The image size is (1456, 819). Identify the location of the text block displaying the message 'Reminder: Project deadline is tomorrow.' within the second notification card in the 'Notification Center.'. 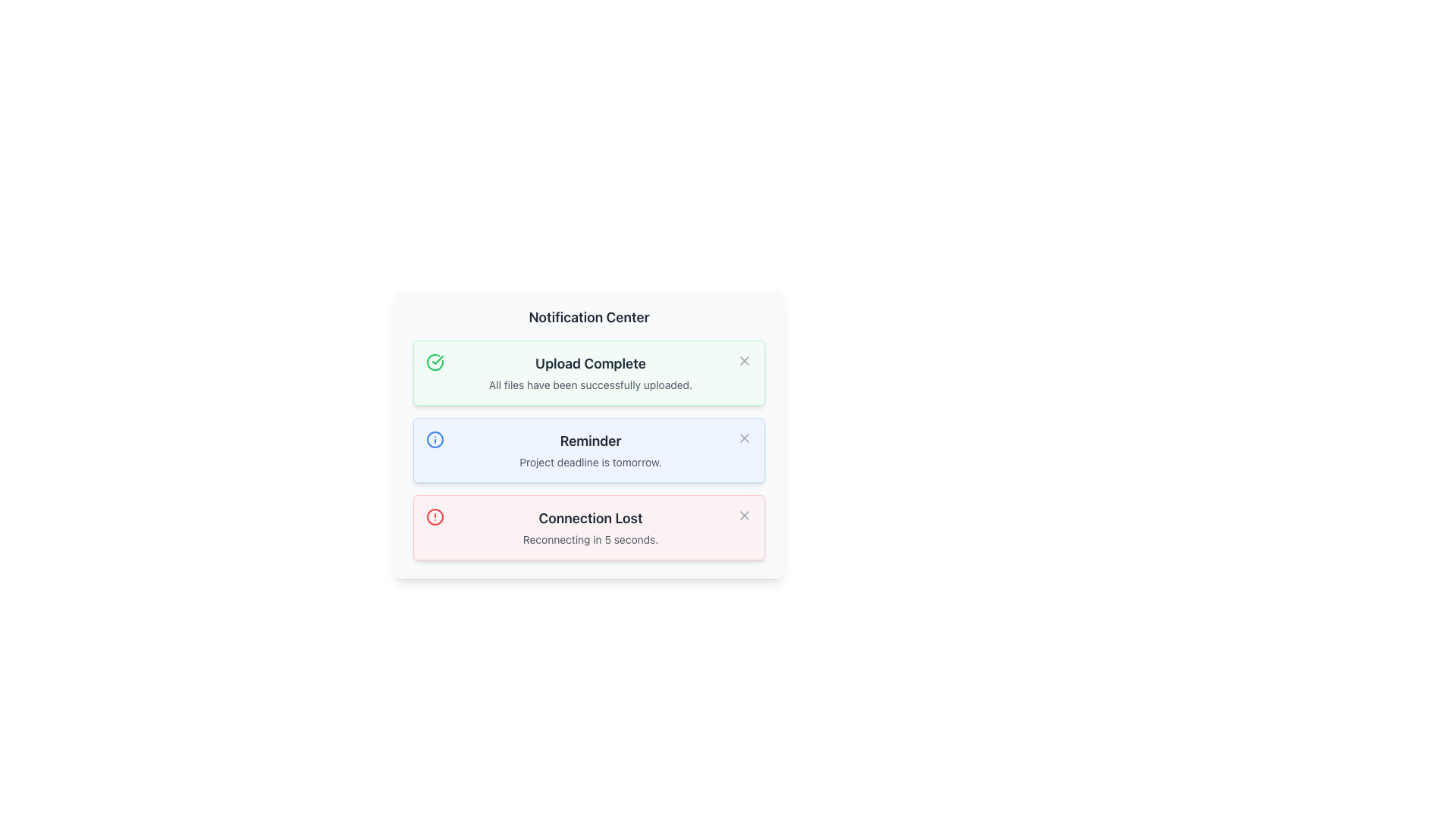
(589, 450).